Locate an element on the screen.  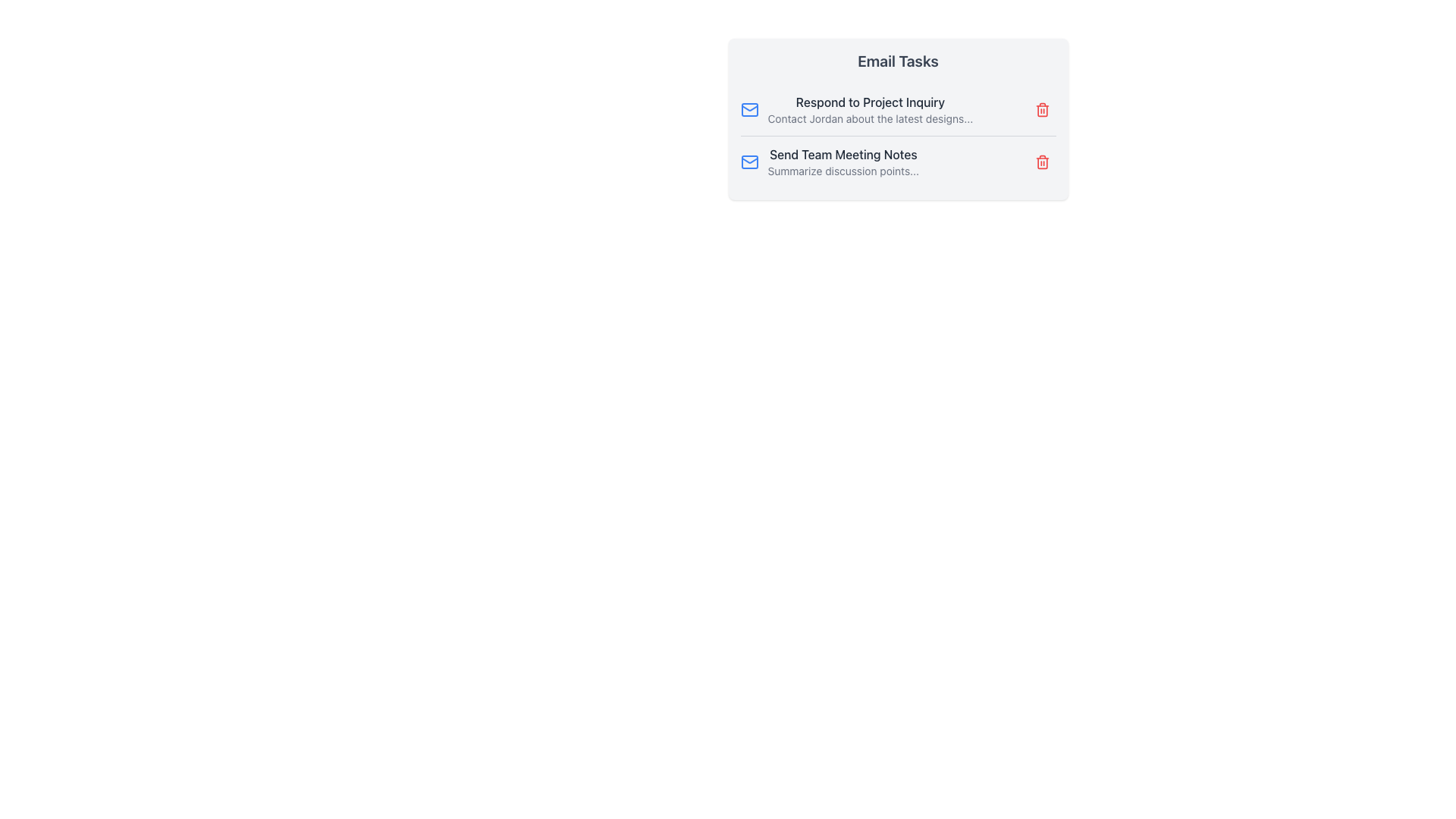
the text label that provides a descriptive hint or subtitle related to the email task, positioned directly below the 'Send Team Meeting Notes' title in the 'Email Tasks' section is located at coordinates (843, 171).